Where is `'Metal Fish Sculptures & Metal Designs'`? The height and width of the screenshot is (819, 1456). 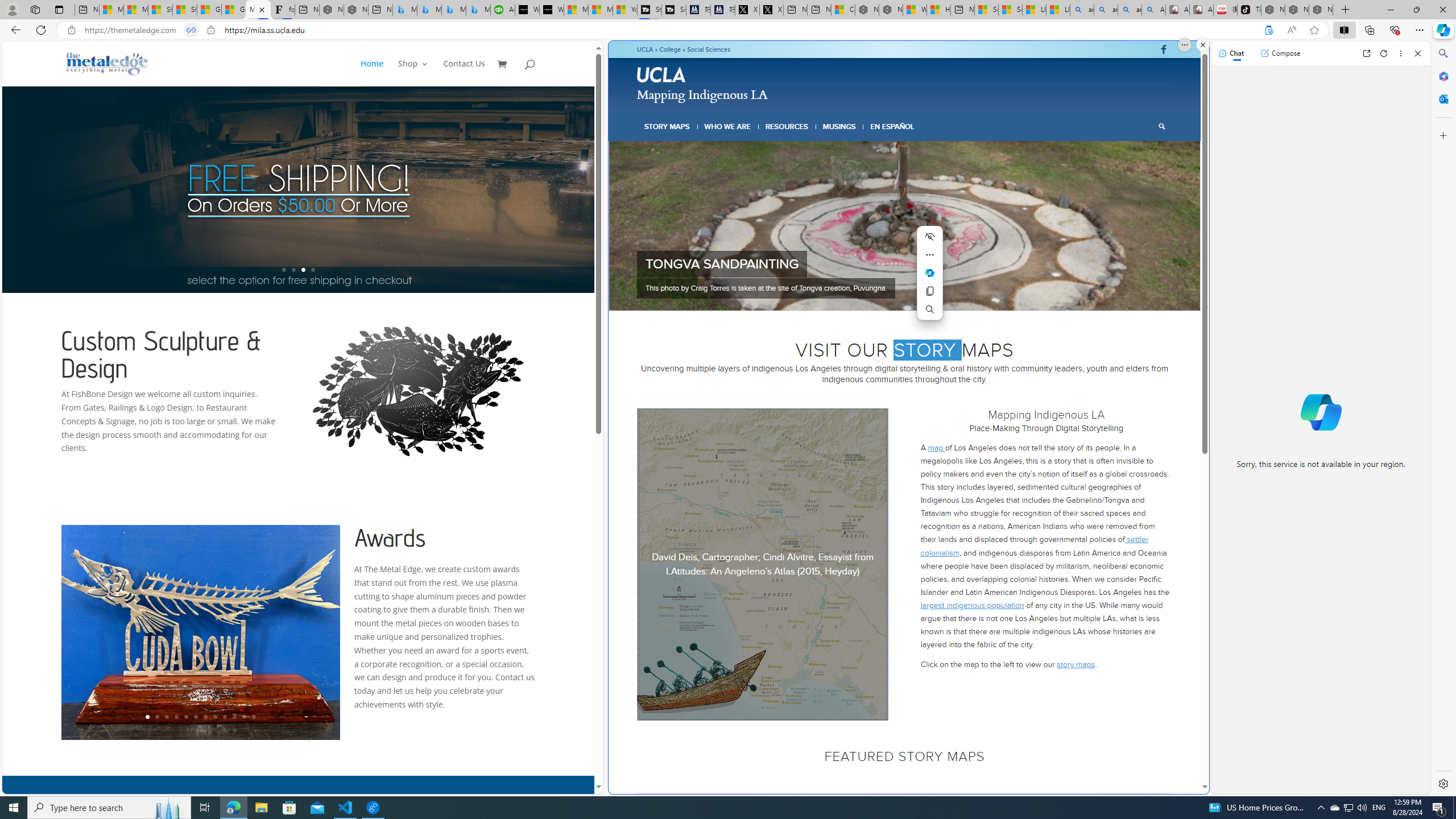
'Metal Fish Sculptures & Metal Designs' is located at coordinates (106, 63).